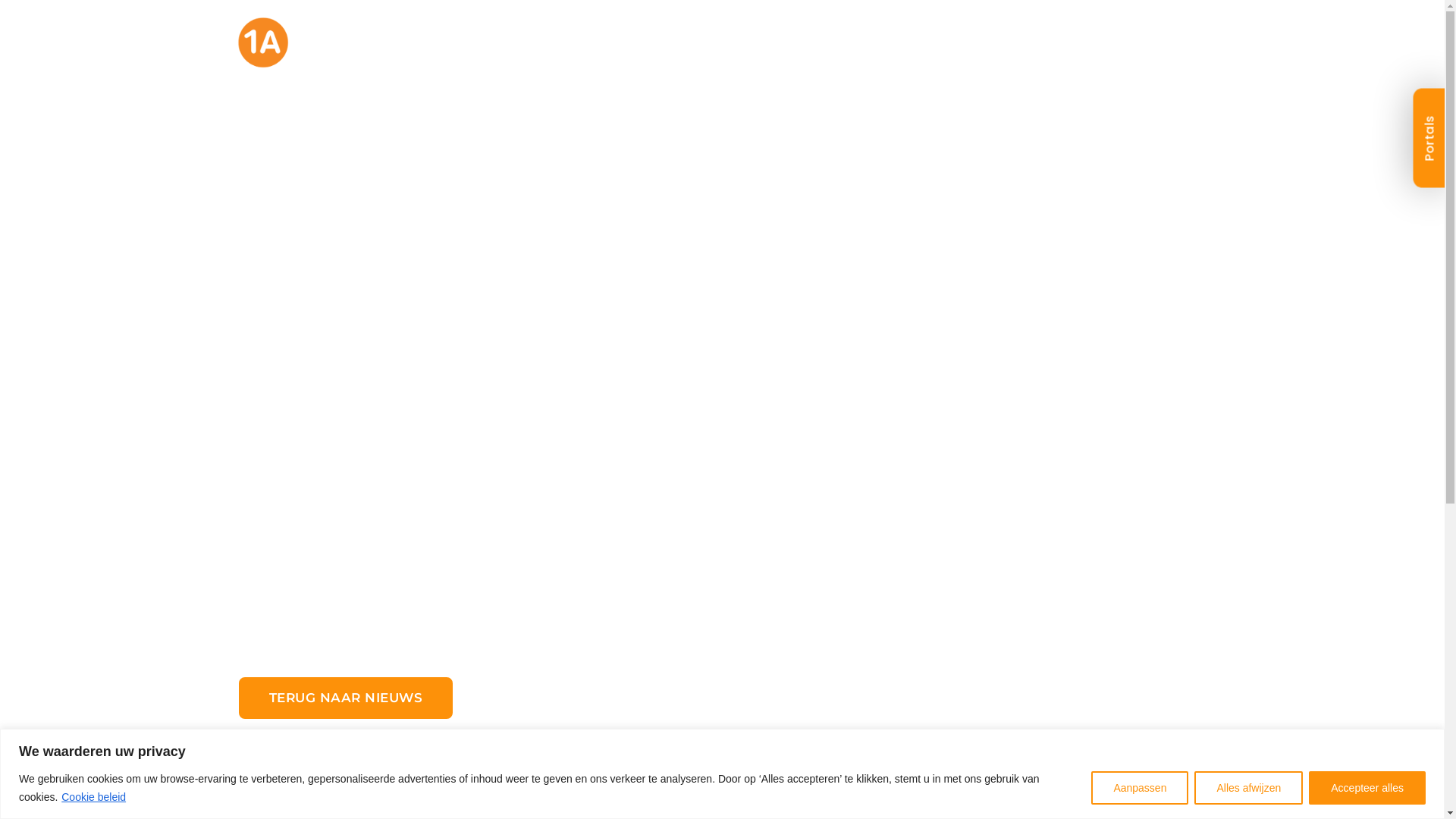  Describe the element at coordinates (344, 698) in the screenshot. I see `'TERUG NAAR NIEUWS'` at that location.